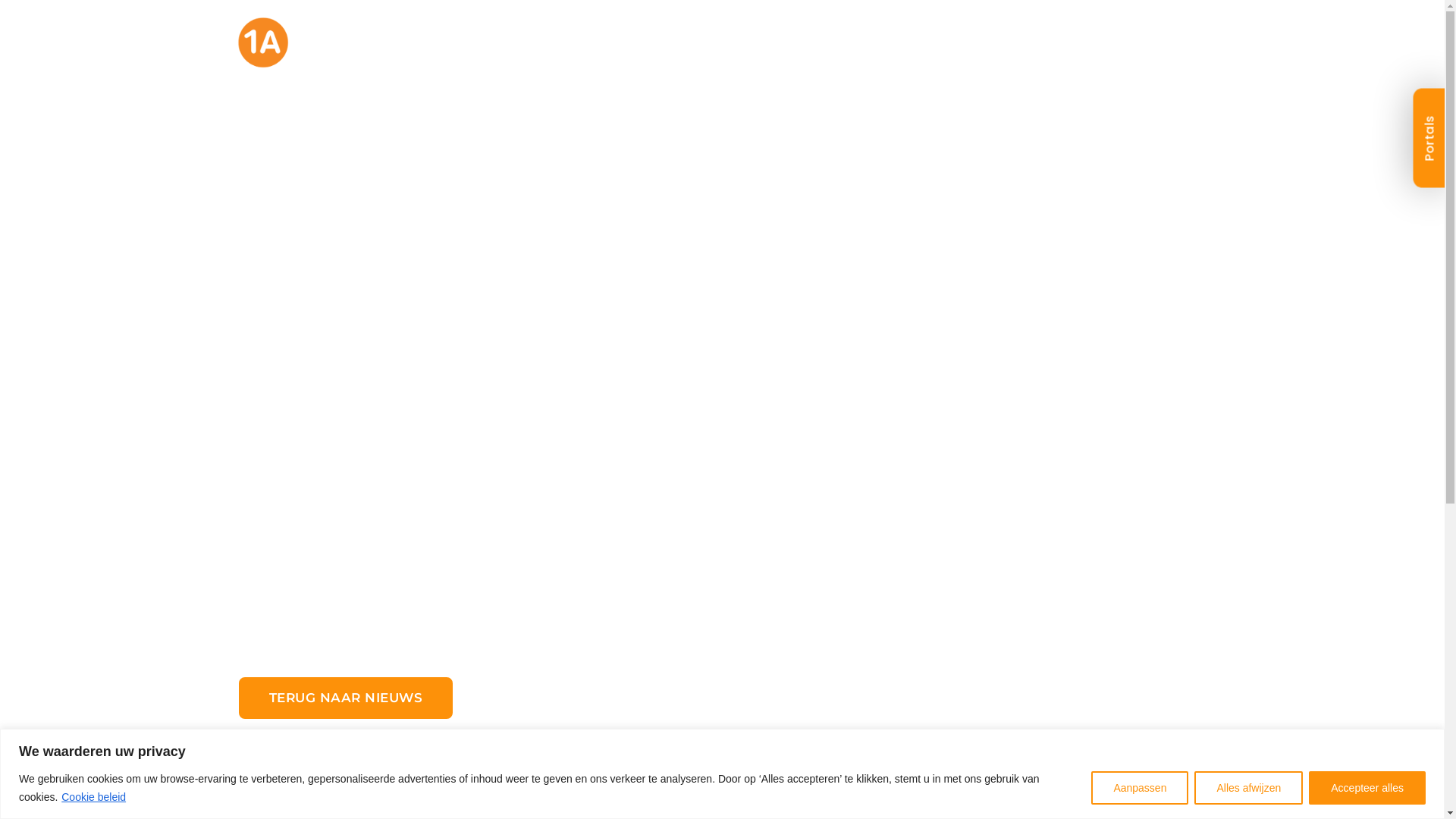  Describe the element at coordinates (344, 698) in the screenshot. I see `'TERUG NAAR NIEUWS'` at that location.